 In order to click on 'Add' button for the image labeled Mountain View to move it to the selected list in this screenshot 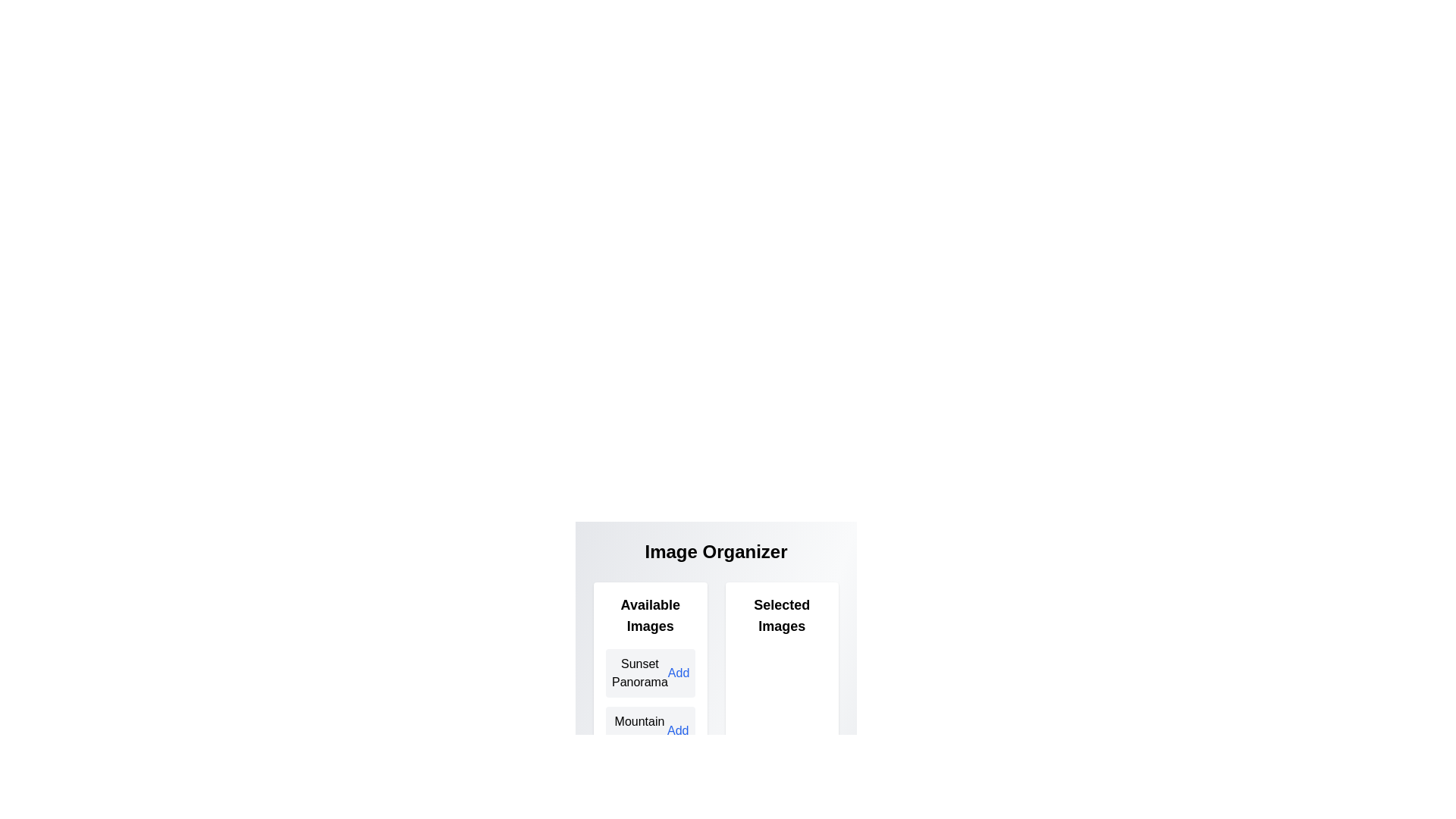, I will do `click(676, 730)`.